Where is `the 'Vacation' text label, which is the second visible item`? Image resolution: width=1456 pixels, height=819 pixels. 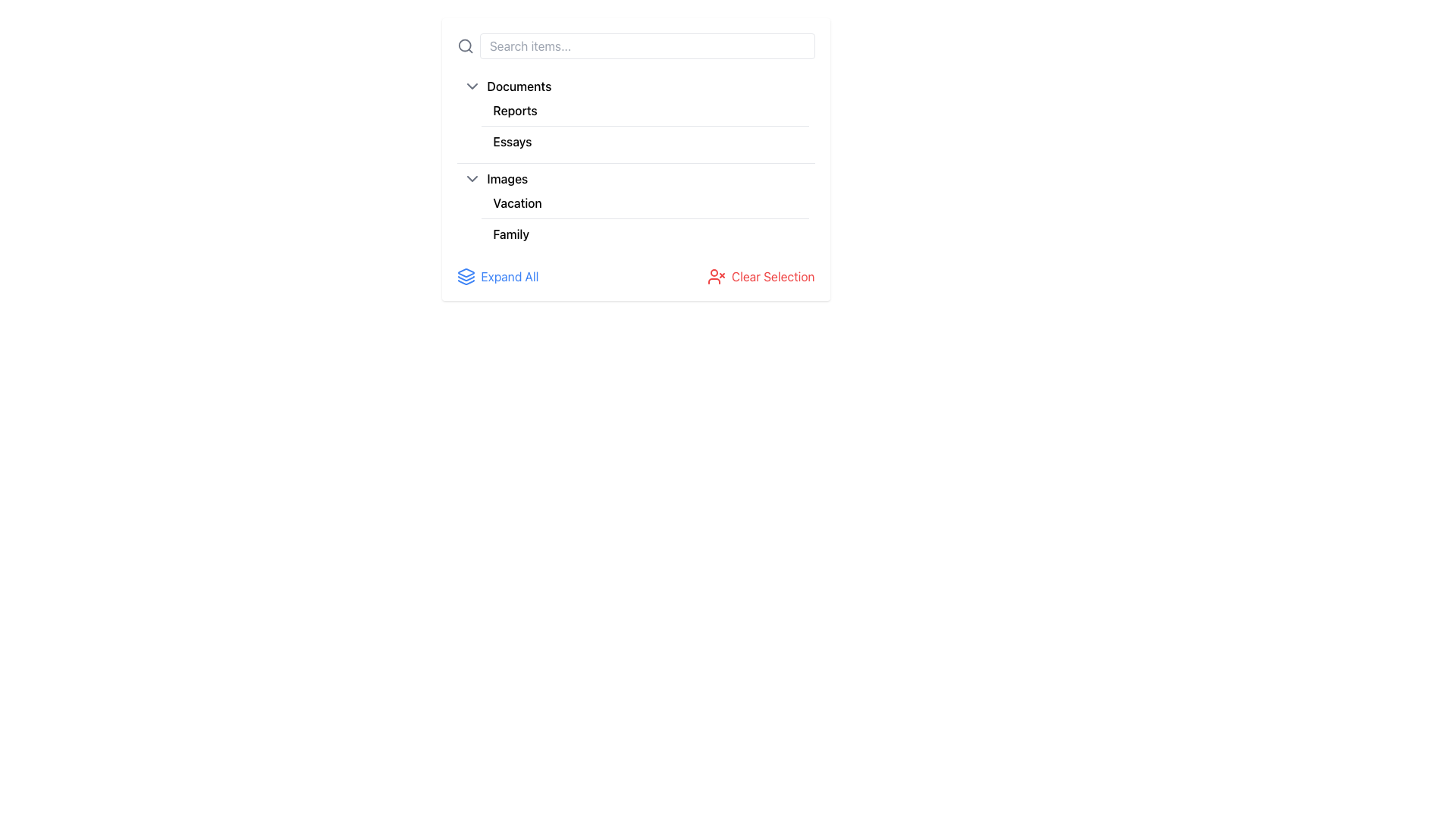
the 'Vacation' text label, which is the second visible item is located at coordinates (517, 202).